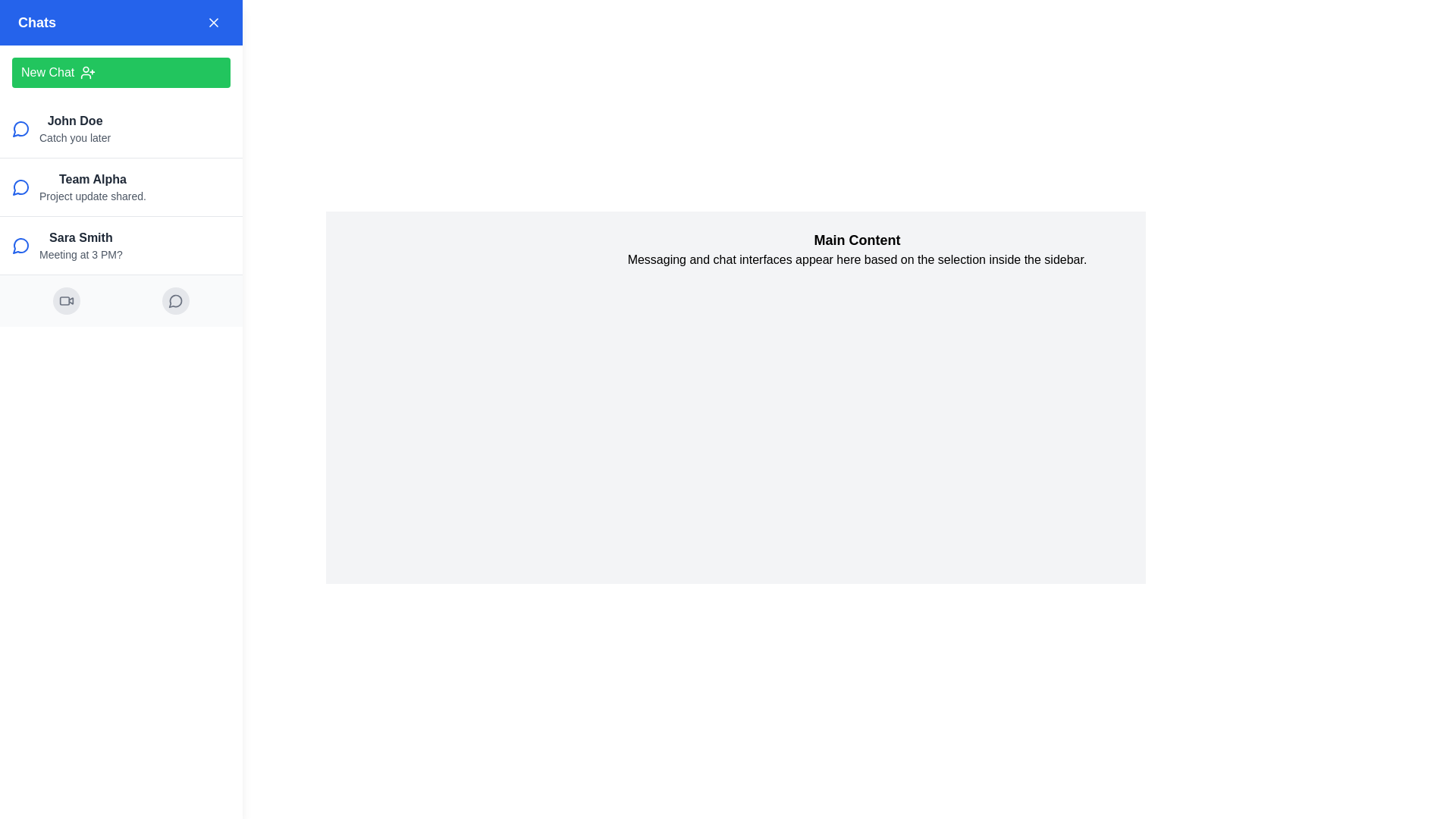 The height and width of the screenshot is (819, 1456). What do you see at coordinates (857, 239) in the screenshot?
I see `the 'Main Content' heading, which is a bold, large text styled as a headline located in the upper central part of the content area` at bounding box center [857, 239].